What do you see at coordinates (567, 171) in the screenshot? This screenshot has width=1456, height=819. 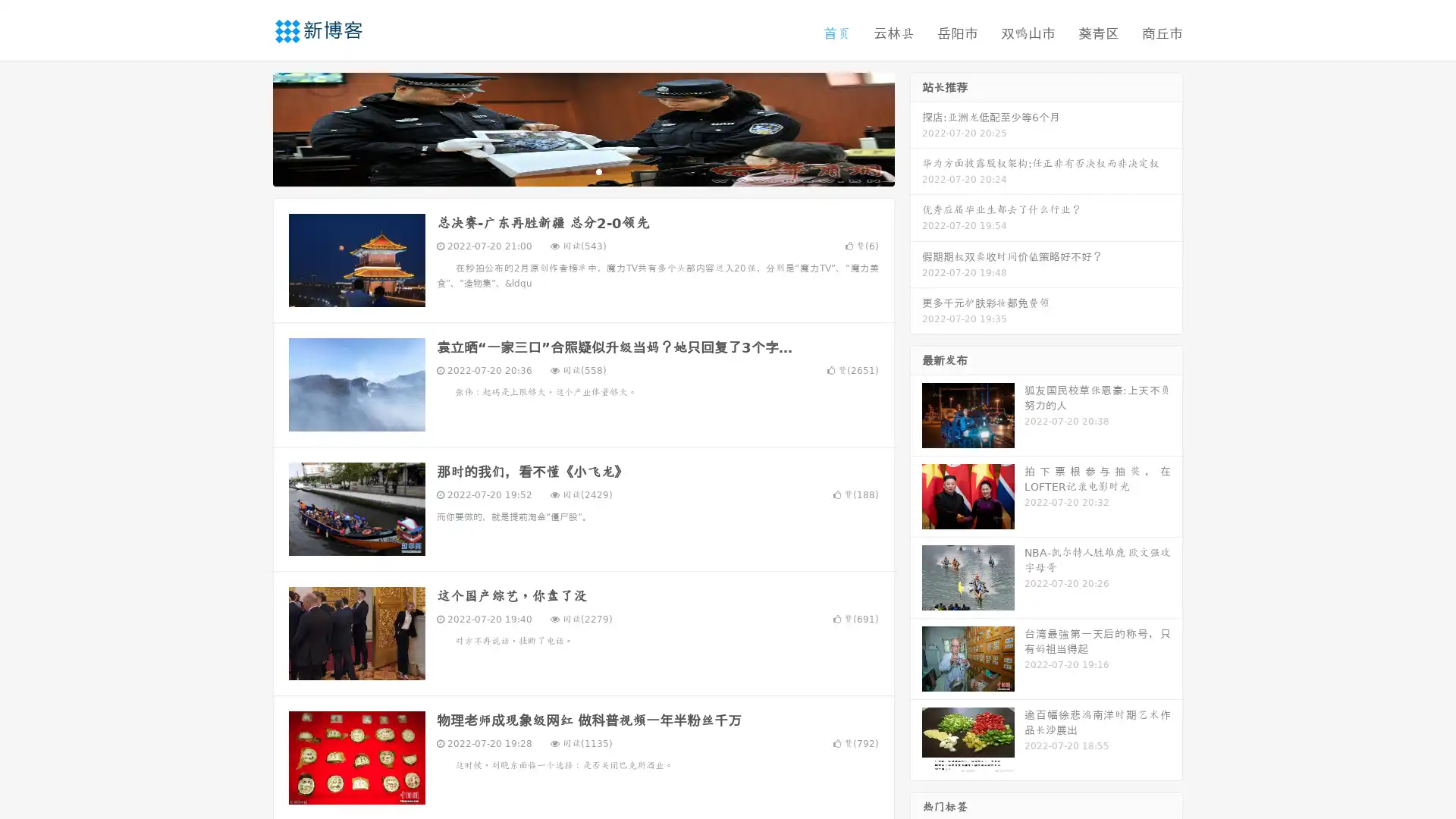 I see `Go to slide 1` at bounding box center [567, 171].